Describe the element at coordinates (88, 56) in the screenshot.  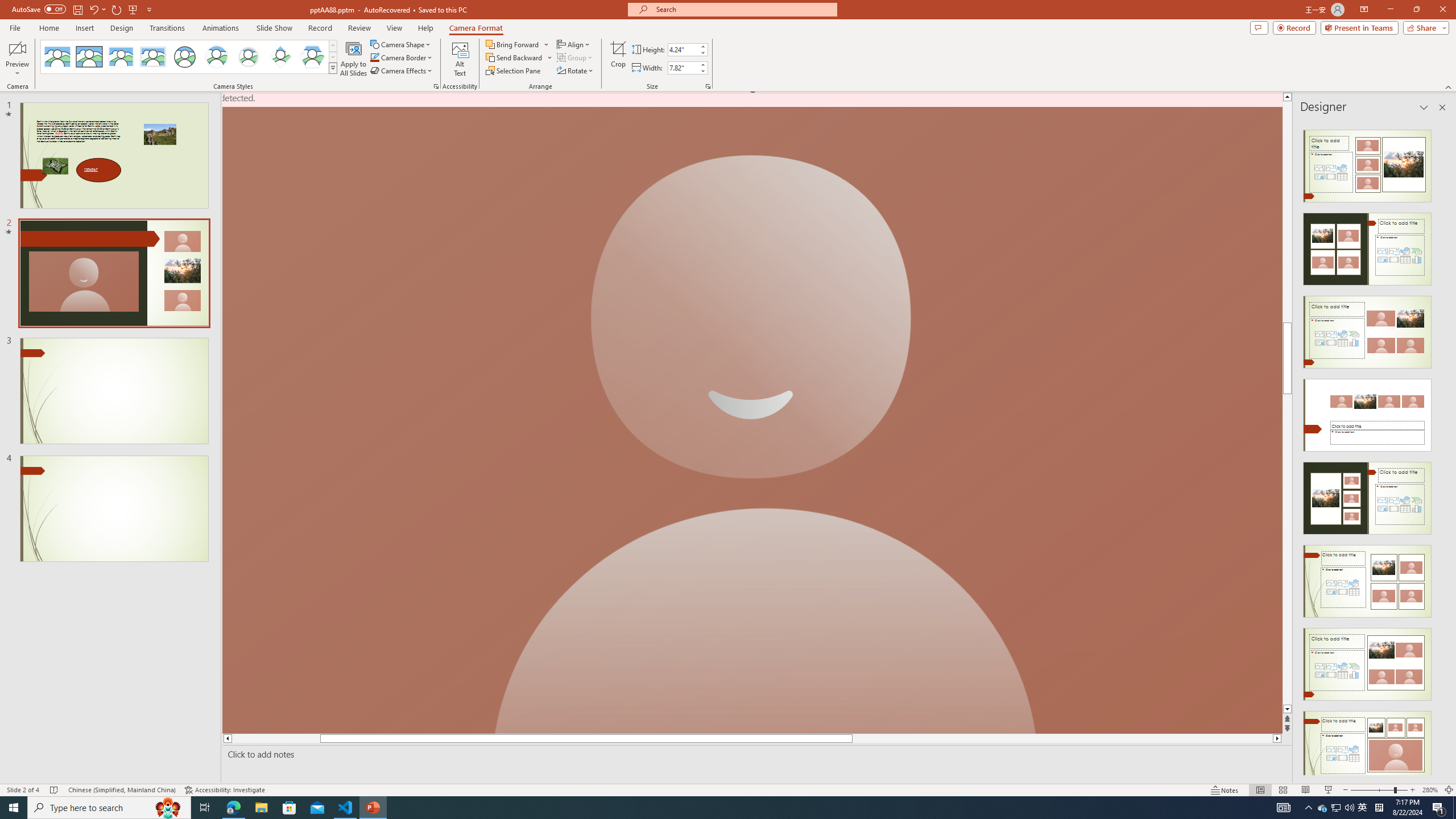
I see `'Simple Frame Rectangle'` at that location.